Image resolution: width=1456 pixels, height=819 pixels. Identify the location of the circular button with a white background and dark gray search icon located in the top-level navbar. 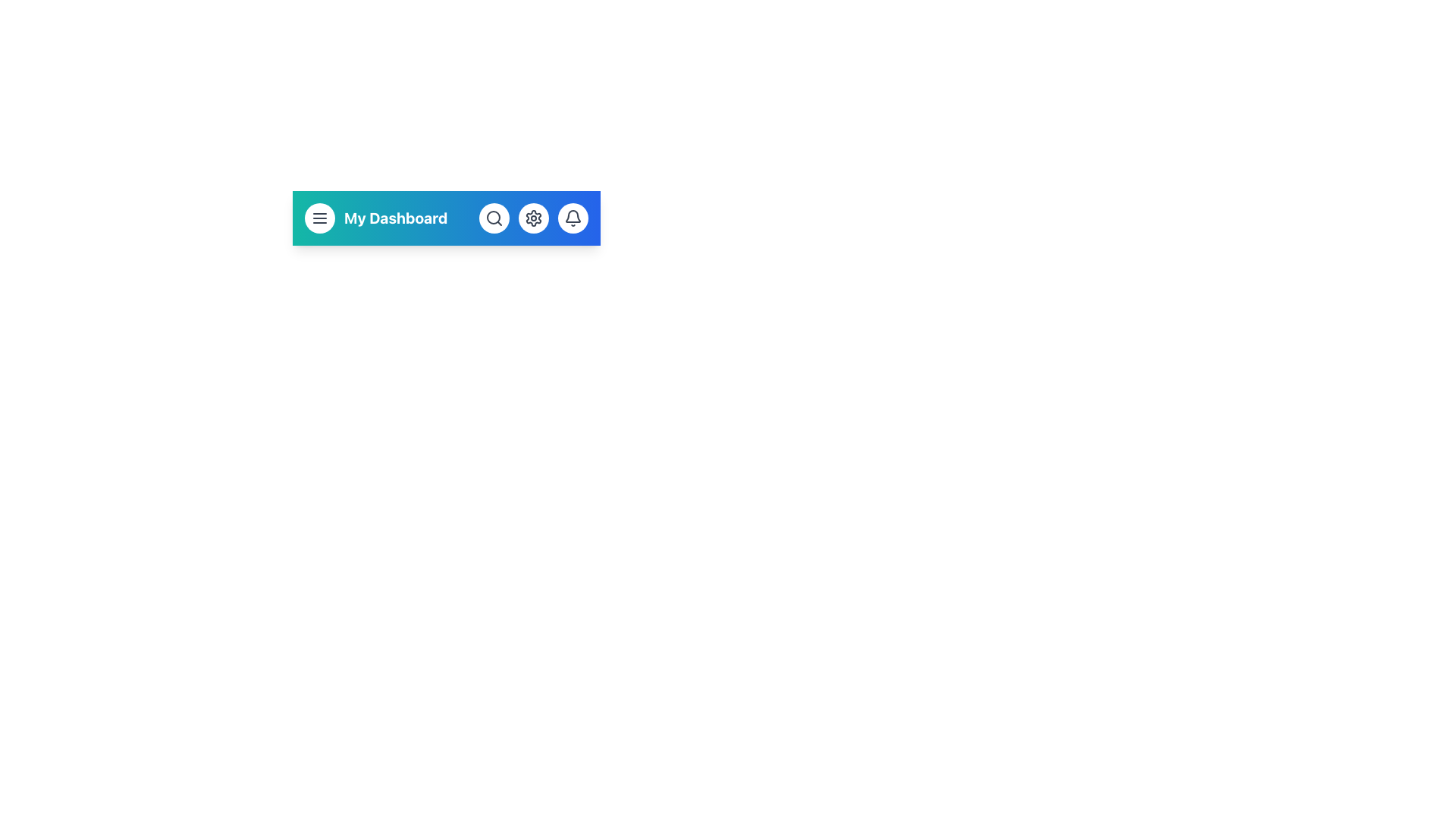
(494, 218).